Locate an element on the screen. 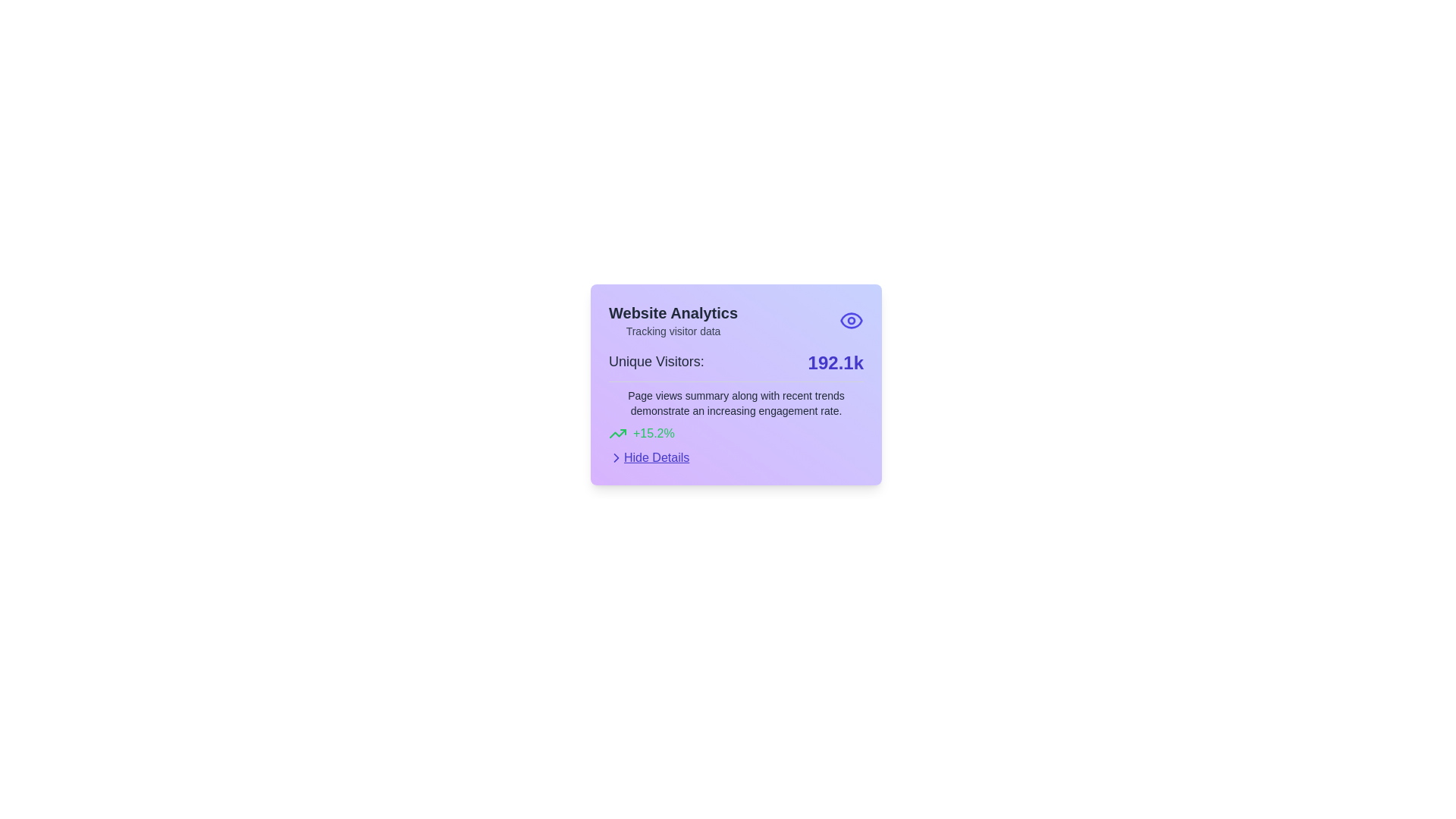  the data label is located at coordinates (736, 362).